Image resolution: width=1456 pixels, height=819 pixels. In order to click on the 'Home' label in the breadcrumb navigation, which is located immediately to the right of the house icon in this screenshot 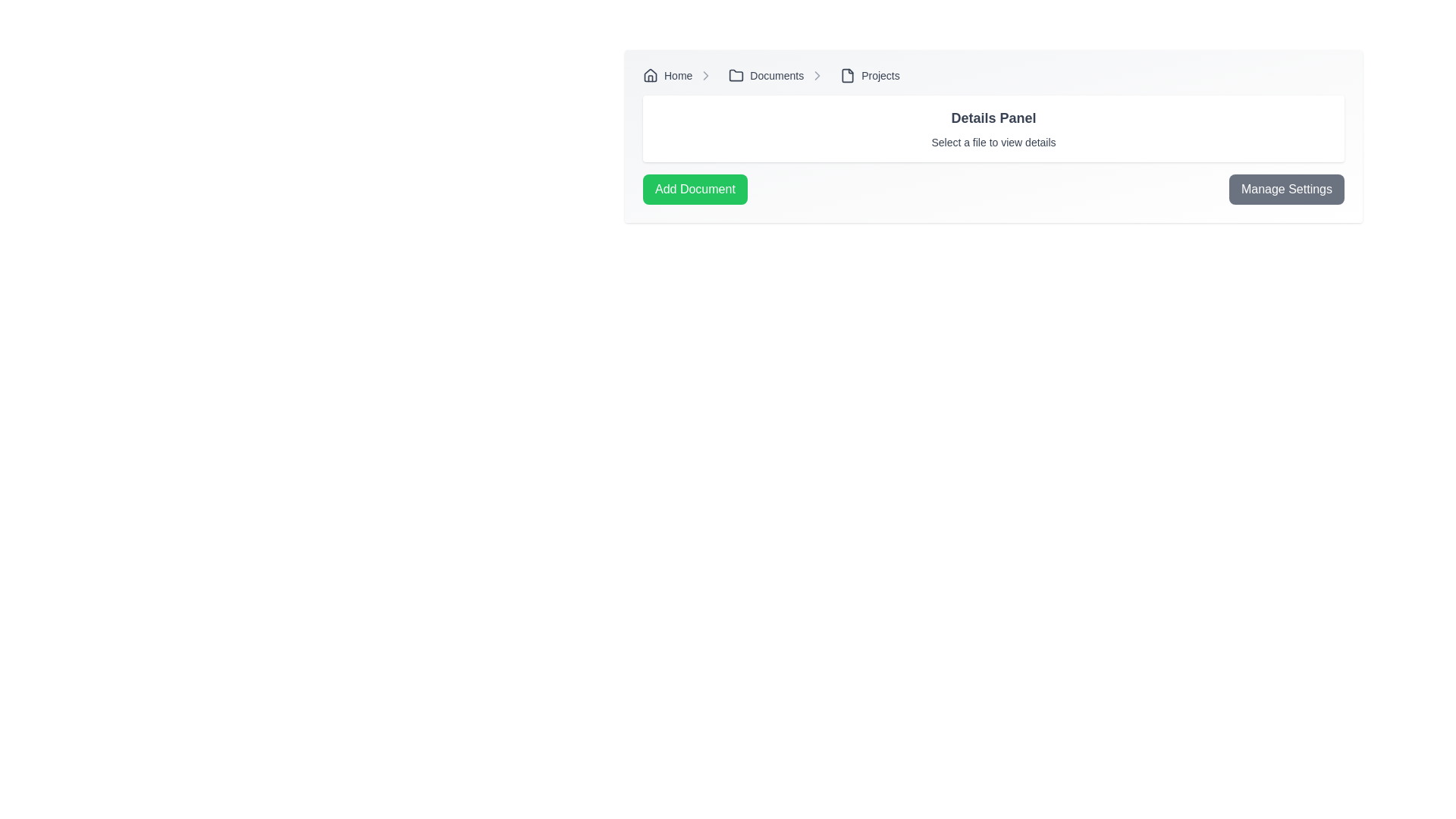, I will do `click(677, 76)`.